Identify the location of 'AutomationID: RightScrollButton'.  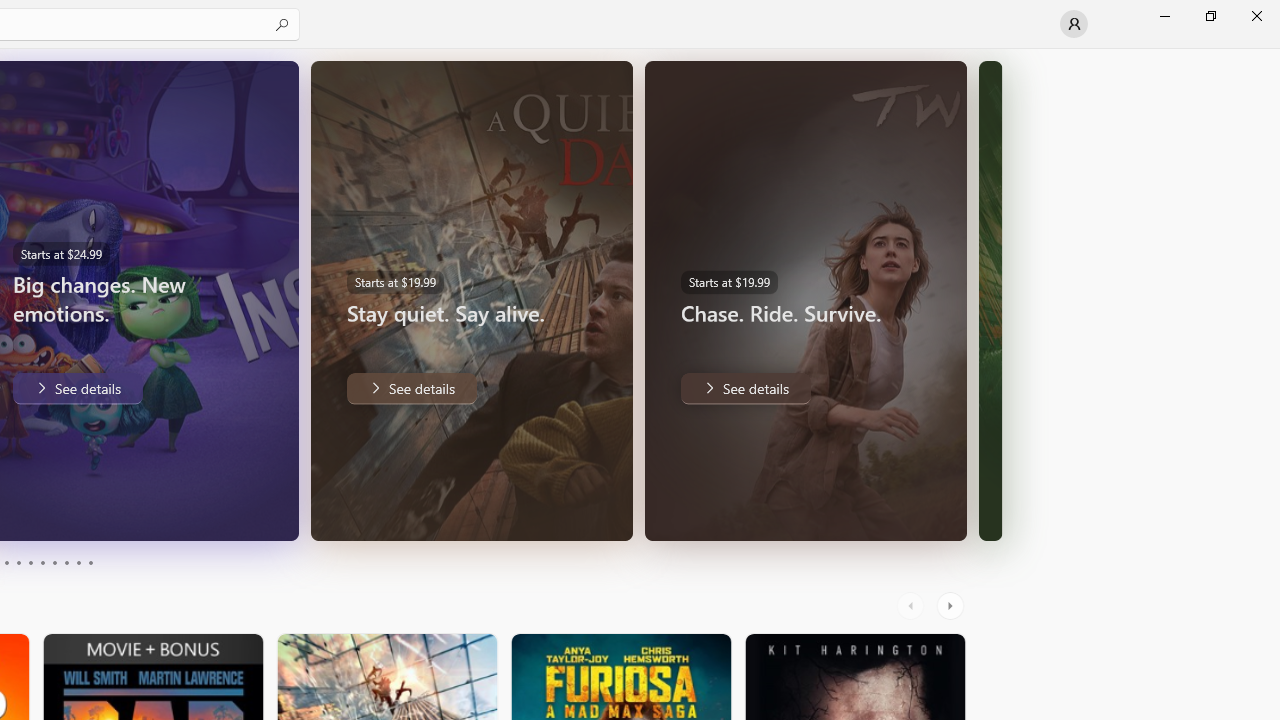
(951, 605).